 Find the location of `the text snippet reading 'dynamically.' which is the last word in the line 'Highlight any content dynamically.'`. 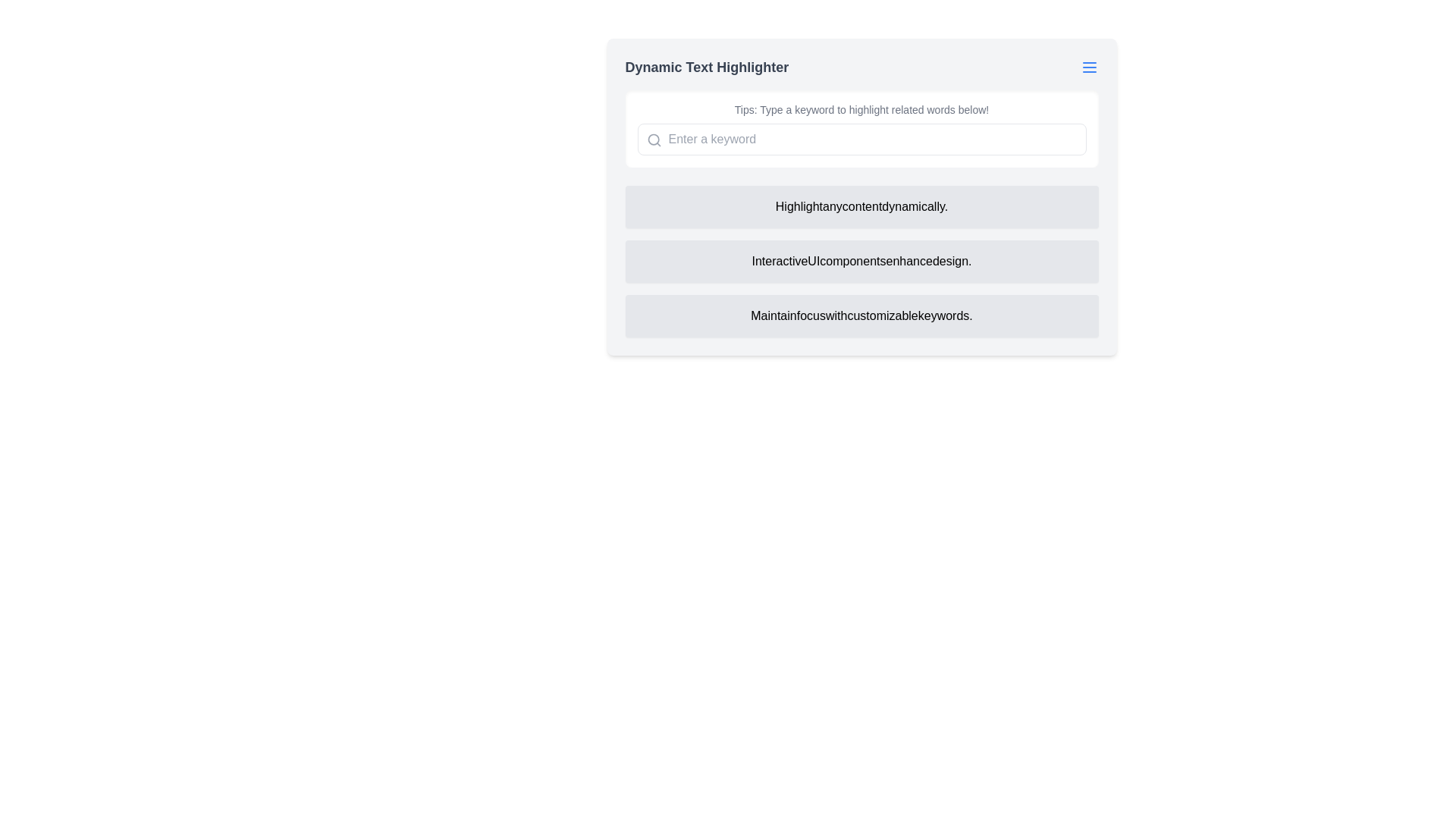

the text snippet reading 'dynamically.' which is the last word in the line 'Highlight any content dynamically.' is located at coordinates (914, 206).